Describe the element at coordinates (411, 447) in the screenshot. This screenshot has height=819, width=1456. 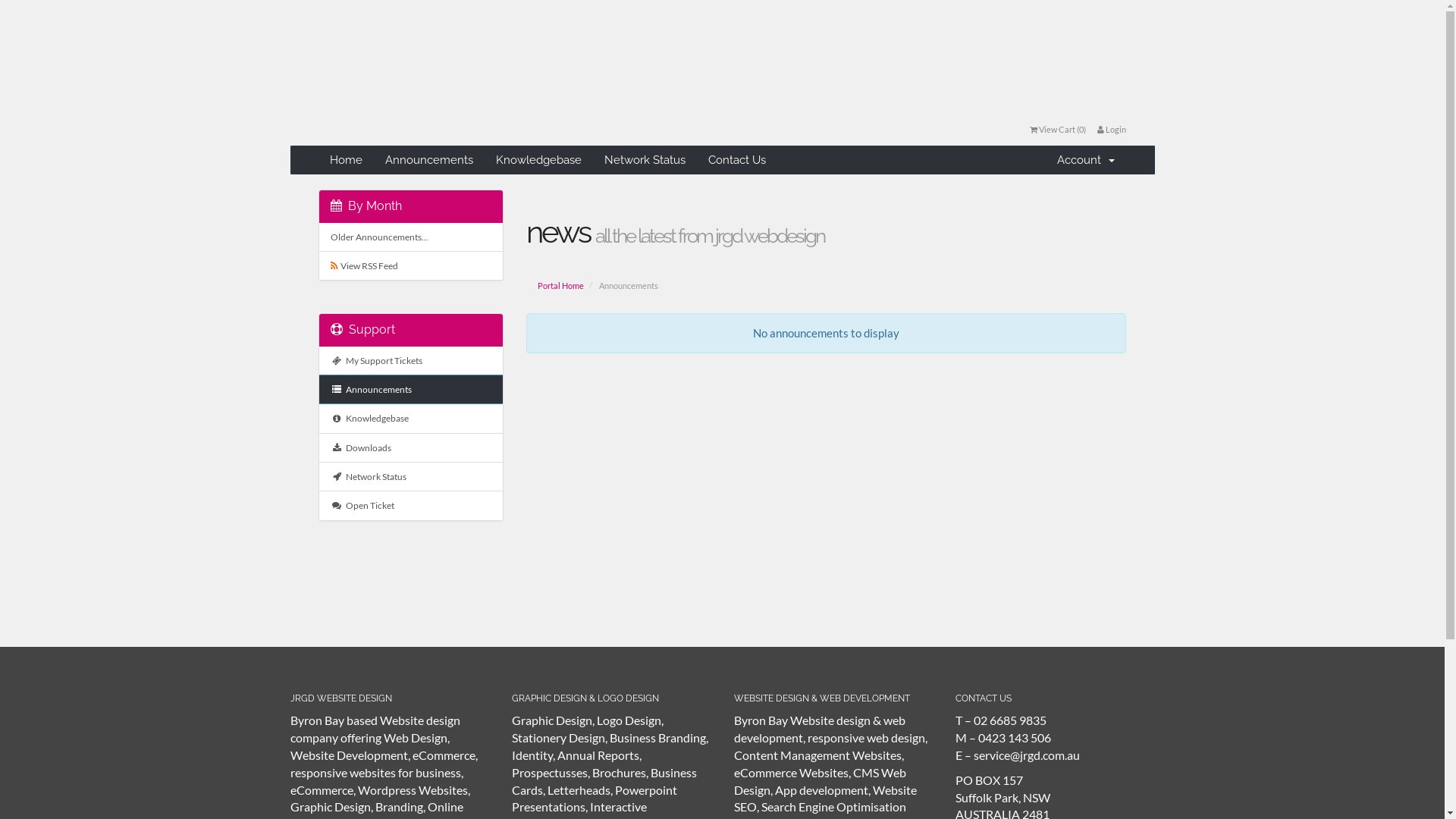
I see `'  Downloads'` at that location.